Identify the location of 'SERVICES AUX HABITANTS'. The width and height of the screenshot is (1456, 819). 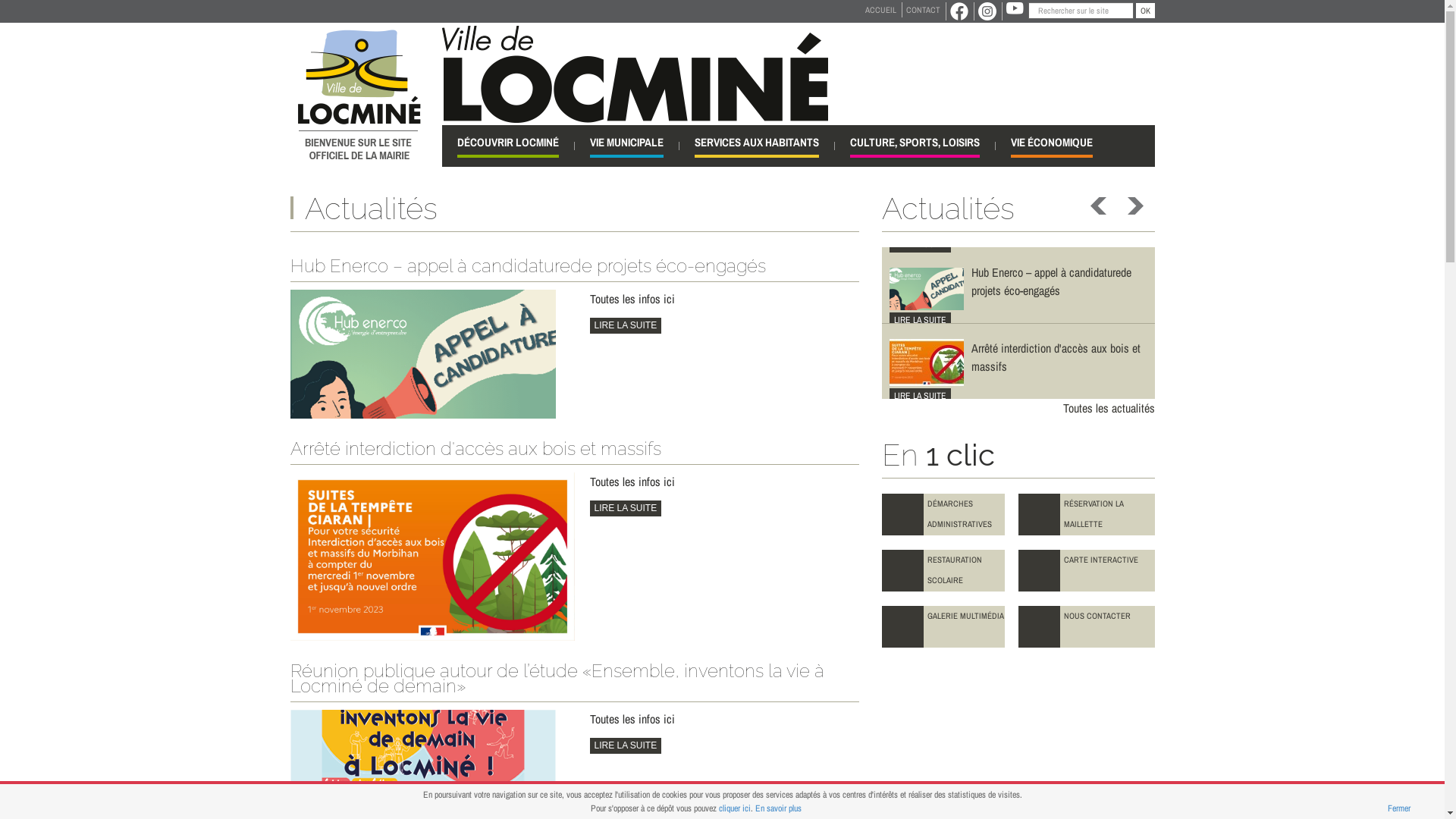
(757, 146).